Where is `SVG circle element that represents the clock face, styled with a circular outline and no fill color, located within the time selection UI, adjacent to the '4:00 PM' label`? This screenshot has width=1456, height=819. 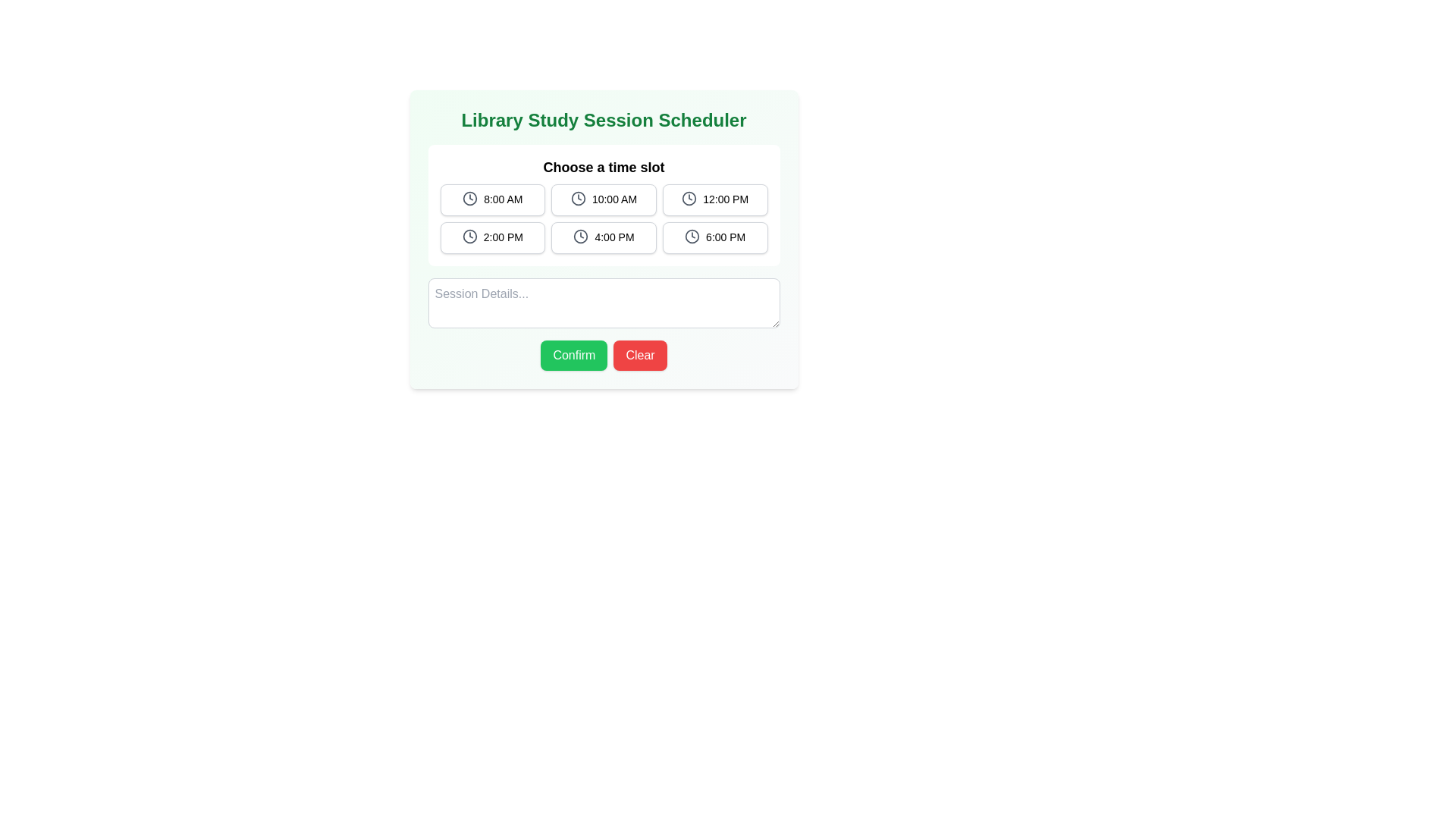
SVG circle element that represents the clock face, styled with a circular outline and no fill color, located within the time selection UI, adjacent to the '4:00 PM' label is located at coordinates (580, 237).